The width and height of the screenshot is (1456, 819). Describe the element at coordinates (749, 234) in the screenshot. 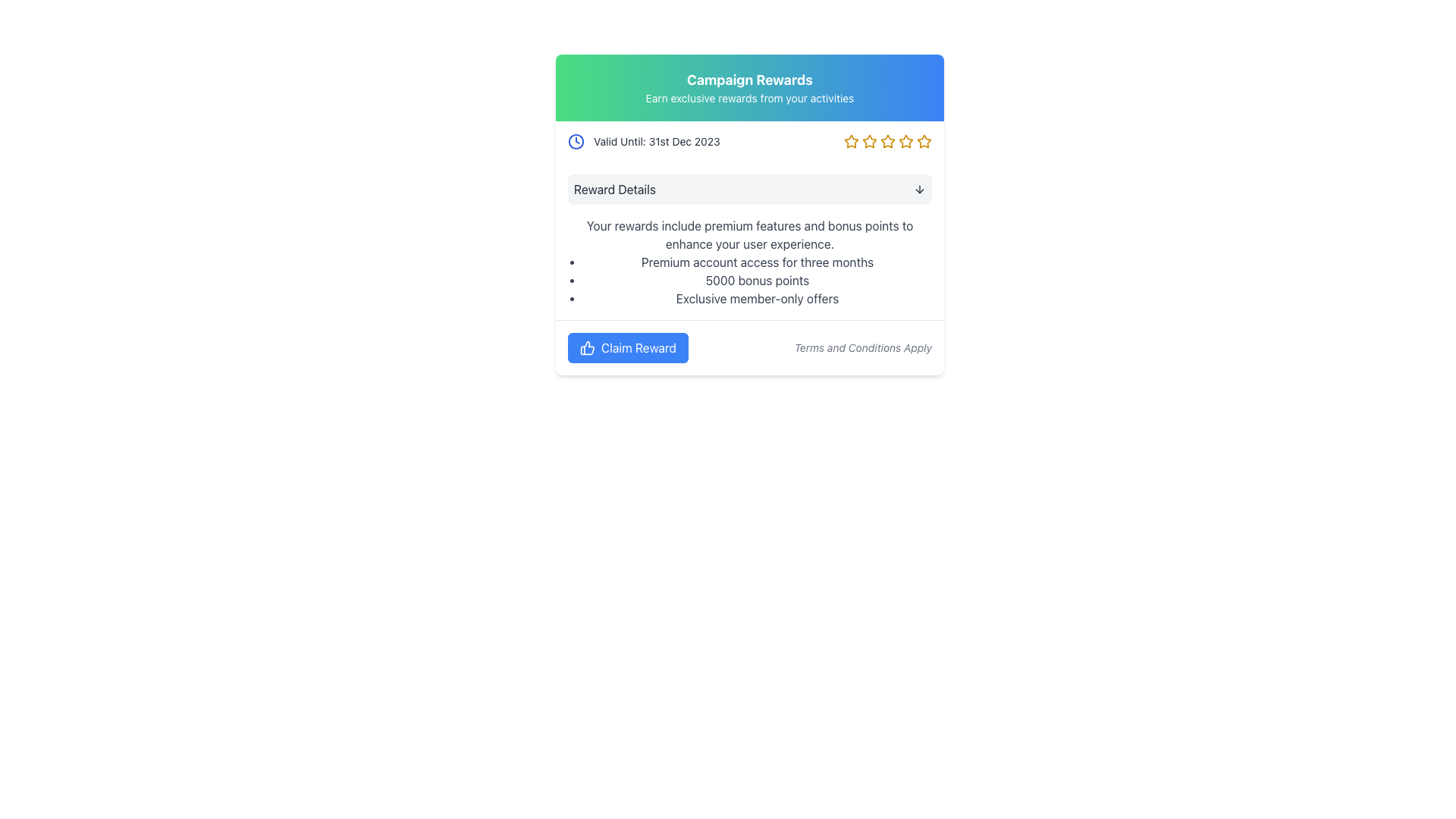

I see `the static text content that summarizes the user's rewards, located under the 'Reward Details' section` at that location.